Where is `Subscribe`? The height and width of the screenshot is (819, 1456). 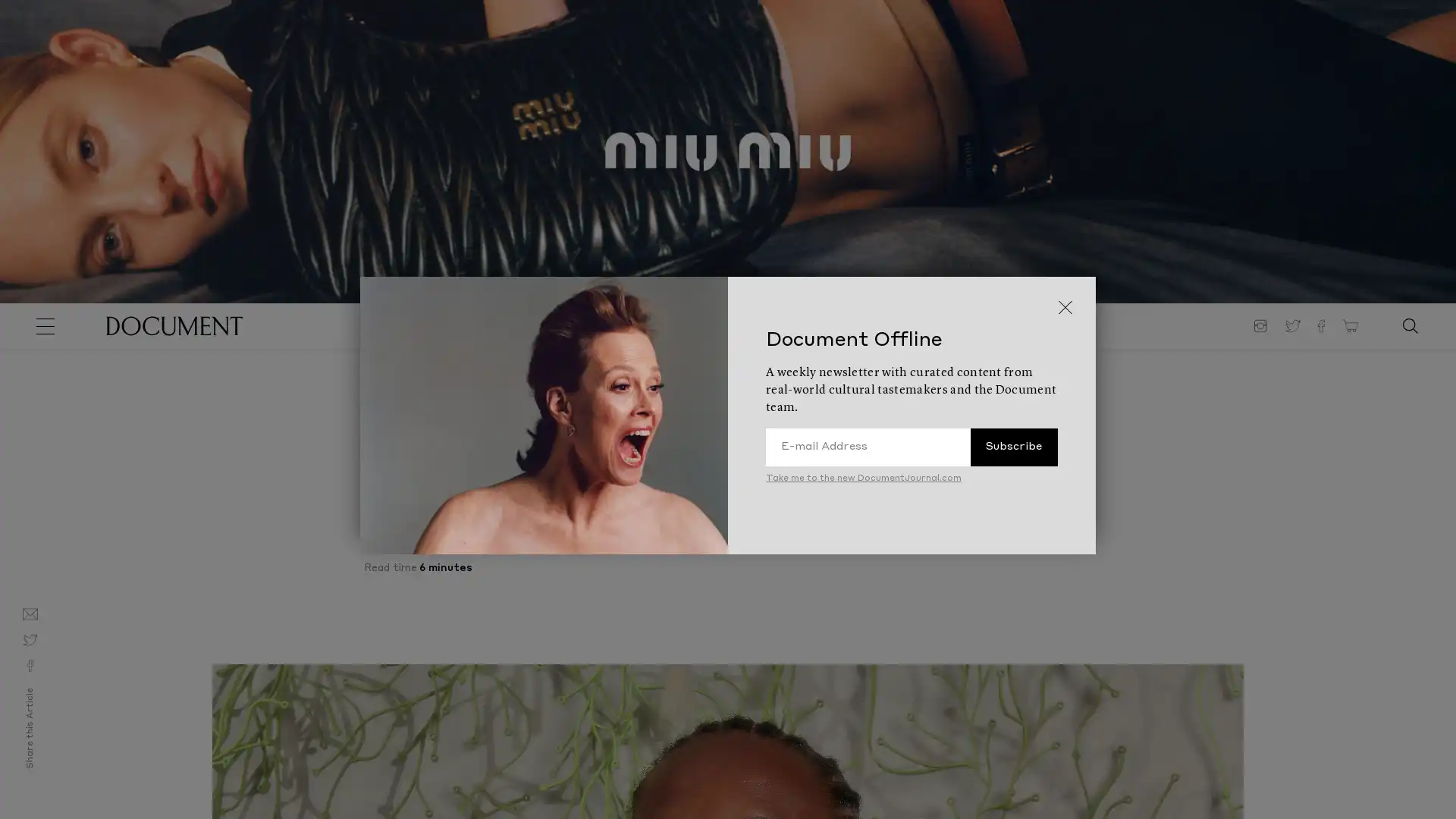
Subscribe is located at coordinates (1014, 446).